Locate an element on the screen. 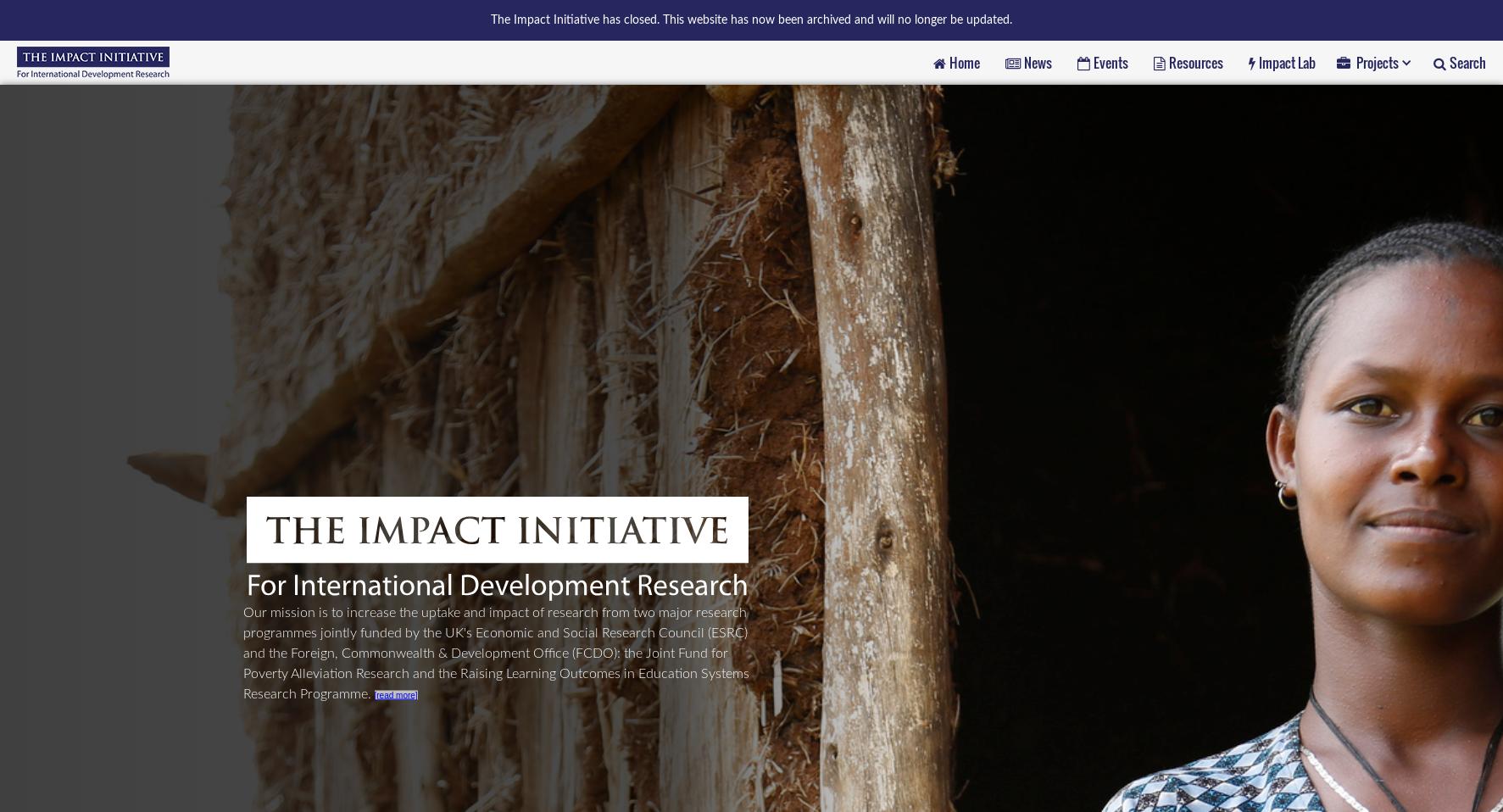 This screenshot has height=812, width=1503. 'Events' is located at coordinates (1111, 60).